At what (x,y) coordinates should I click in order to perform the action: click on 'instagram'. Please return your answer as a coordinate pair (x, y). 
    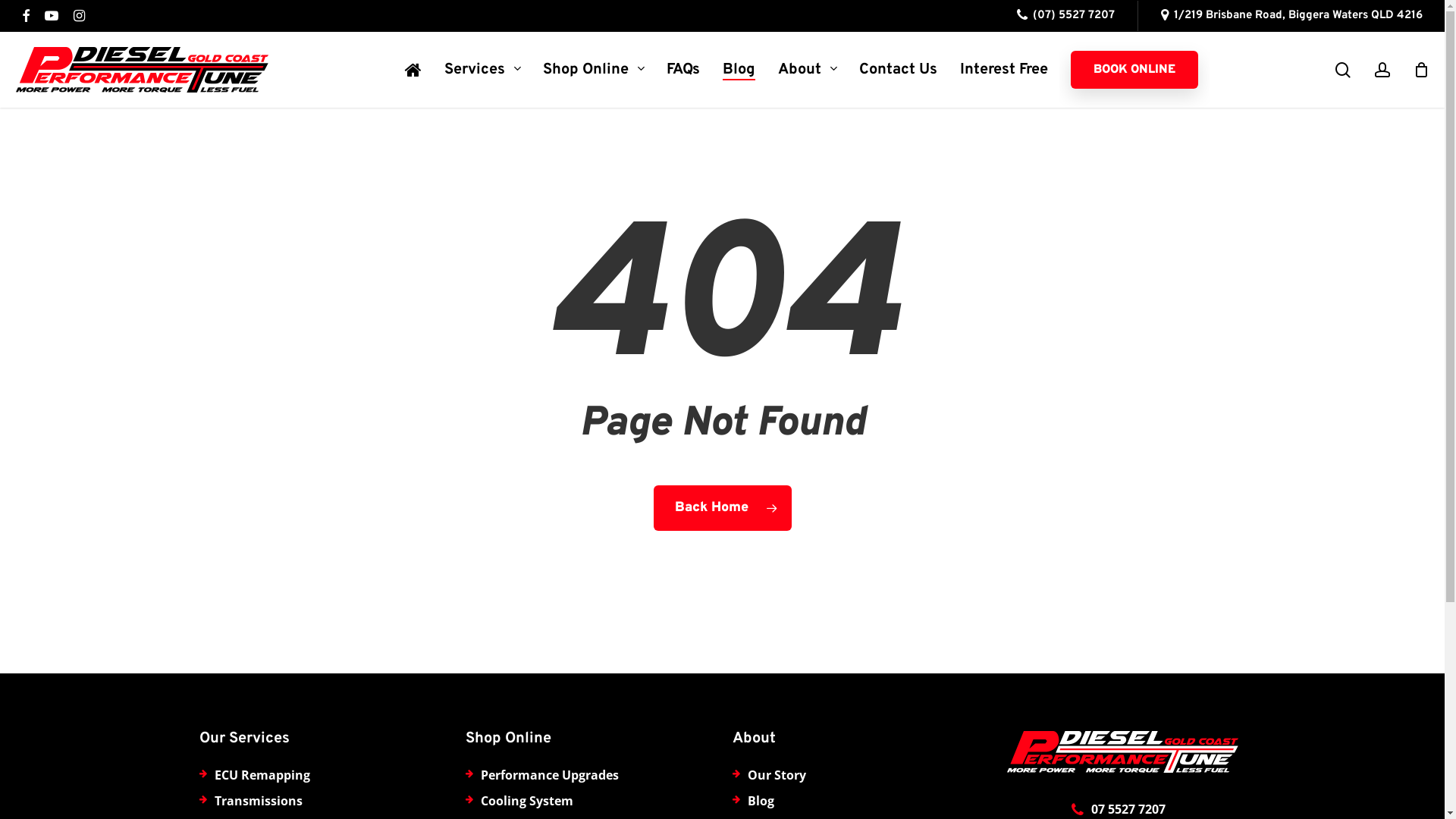
    Looking at the image, I should click on (78, 15).